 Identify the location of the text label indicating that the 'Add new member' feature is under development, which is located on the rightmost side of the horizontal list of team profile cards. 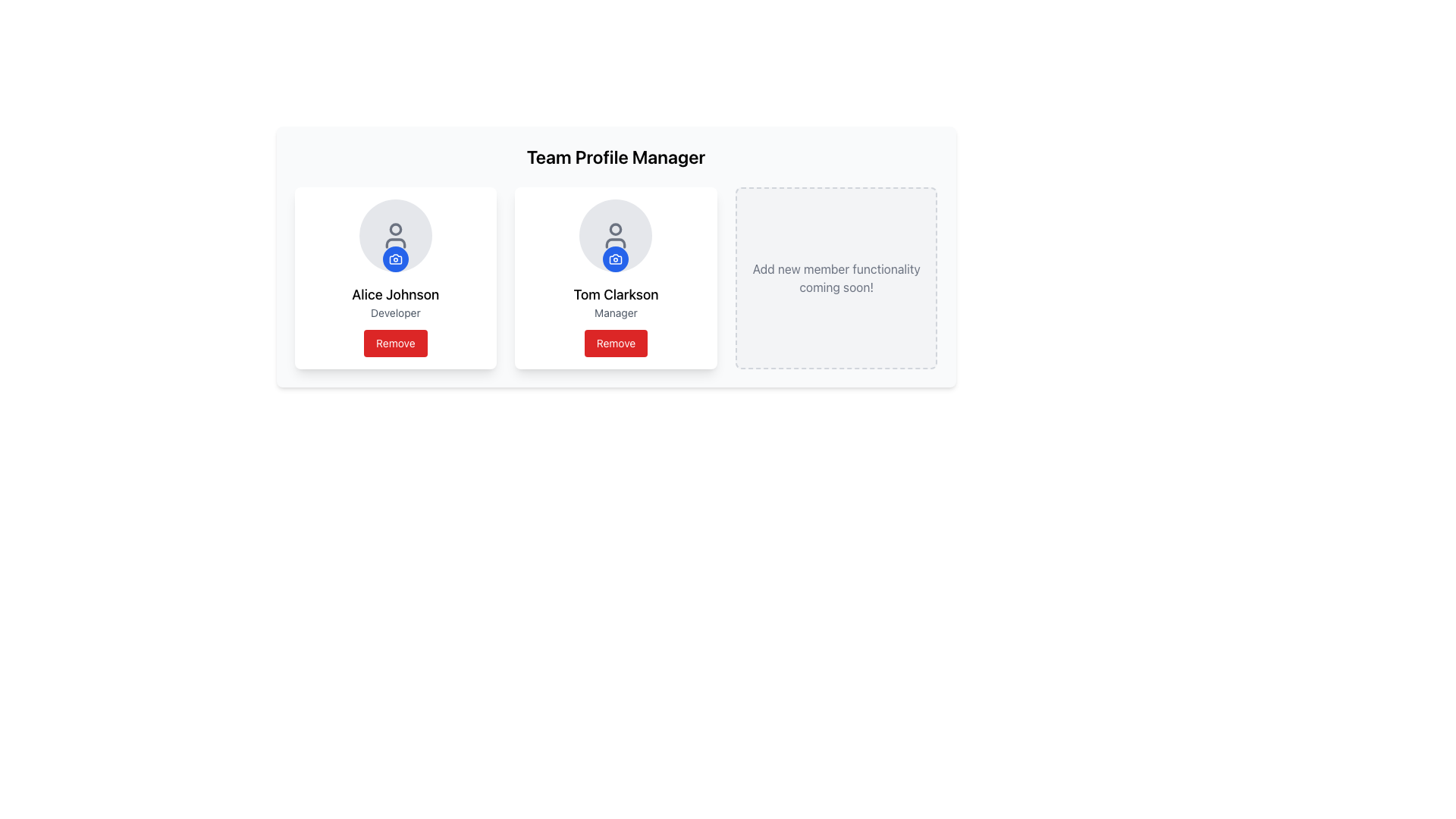
(836, 278).